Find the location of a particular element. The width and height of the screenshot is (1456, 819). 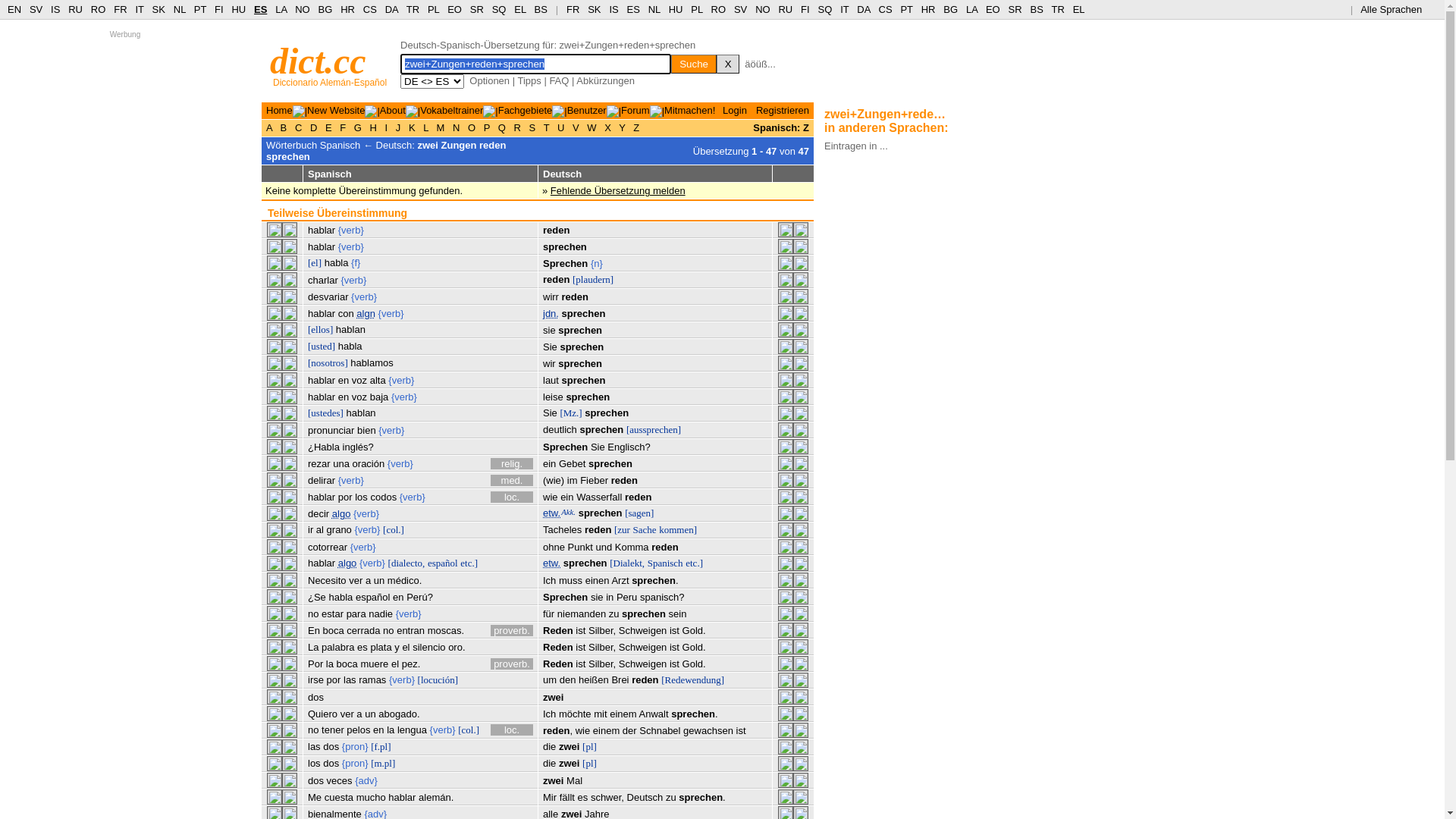

'hablar' is located at coordinates (307, 497).